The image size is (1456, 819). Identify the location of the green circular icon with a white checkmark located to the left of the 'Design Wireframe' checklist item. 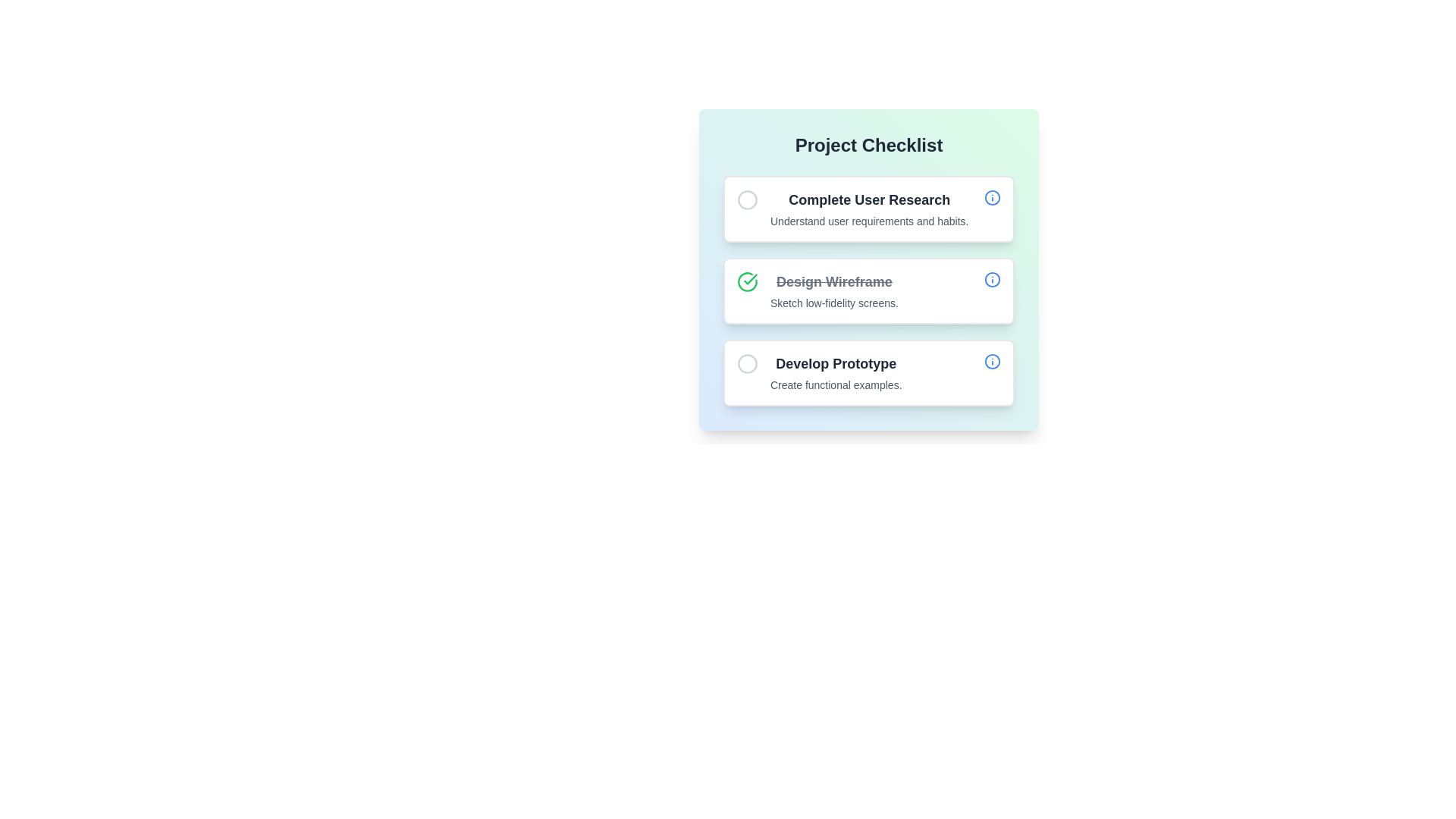
(747, 281).